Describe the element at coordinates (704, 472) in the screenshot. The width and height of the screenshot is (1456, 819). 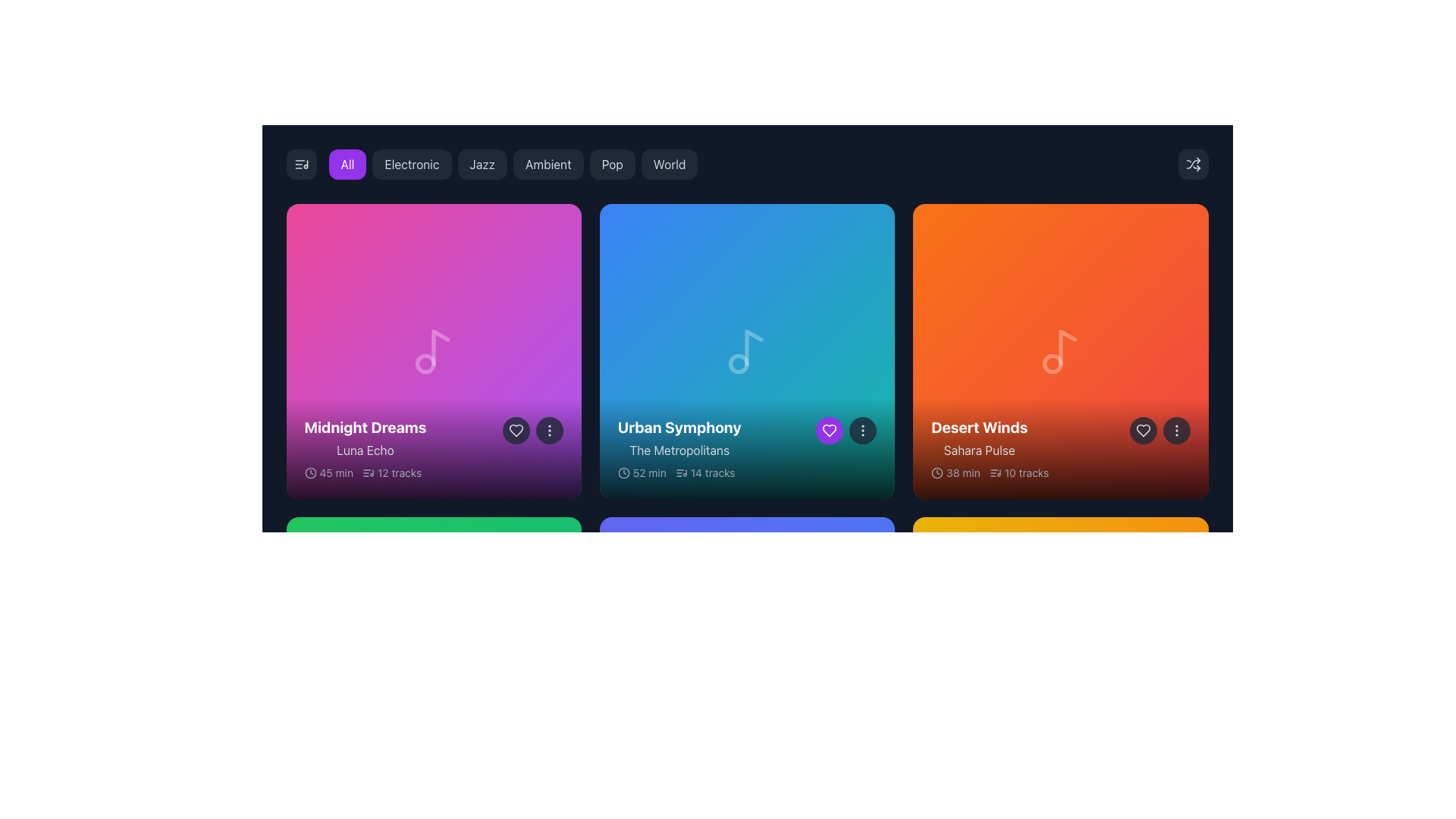
I see `text from the Text Label with Icon that displays '14 tracks' on a dark teal background at the bottom of the 'Urban Symphony' playlist card` at that location.